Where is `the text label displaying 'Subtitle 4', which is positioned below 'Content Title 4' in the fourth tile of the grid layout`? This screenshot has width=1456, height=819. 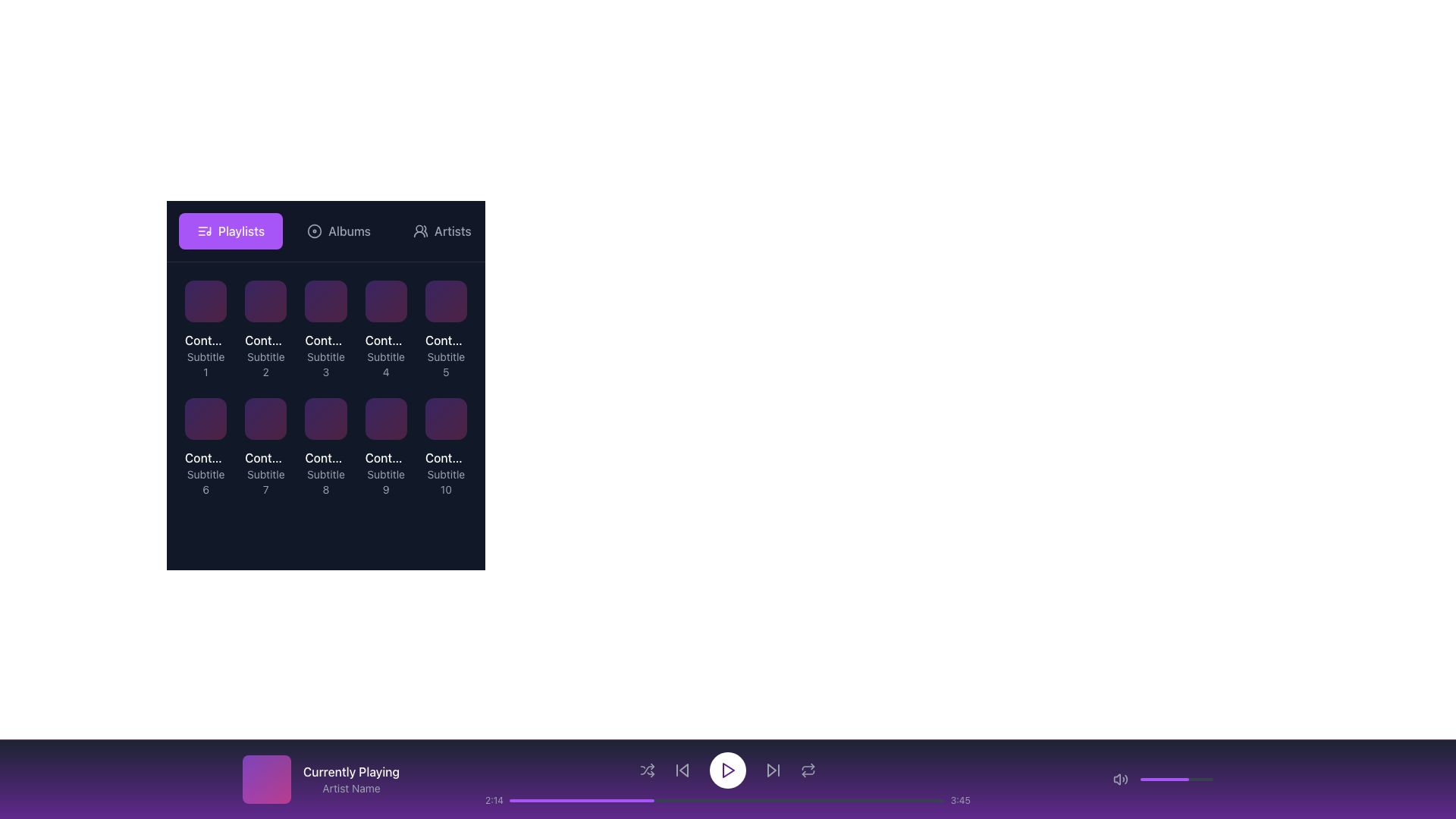 the text label displaying 'Subtitle 4', which is positioned below 'Content Title 4' in the fourth tile of the grid layout is located at coordinates (386, 365).